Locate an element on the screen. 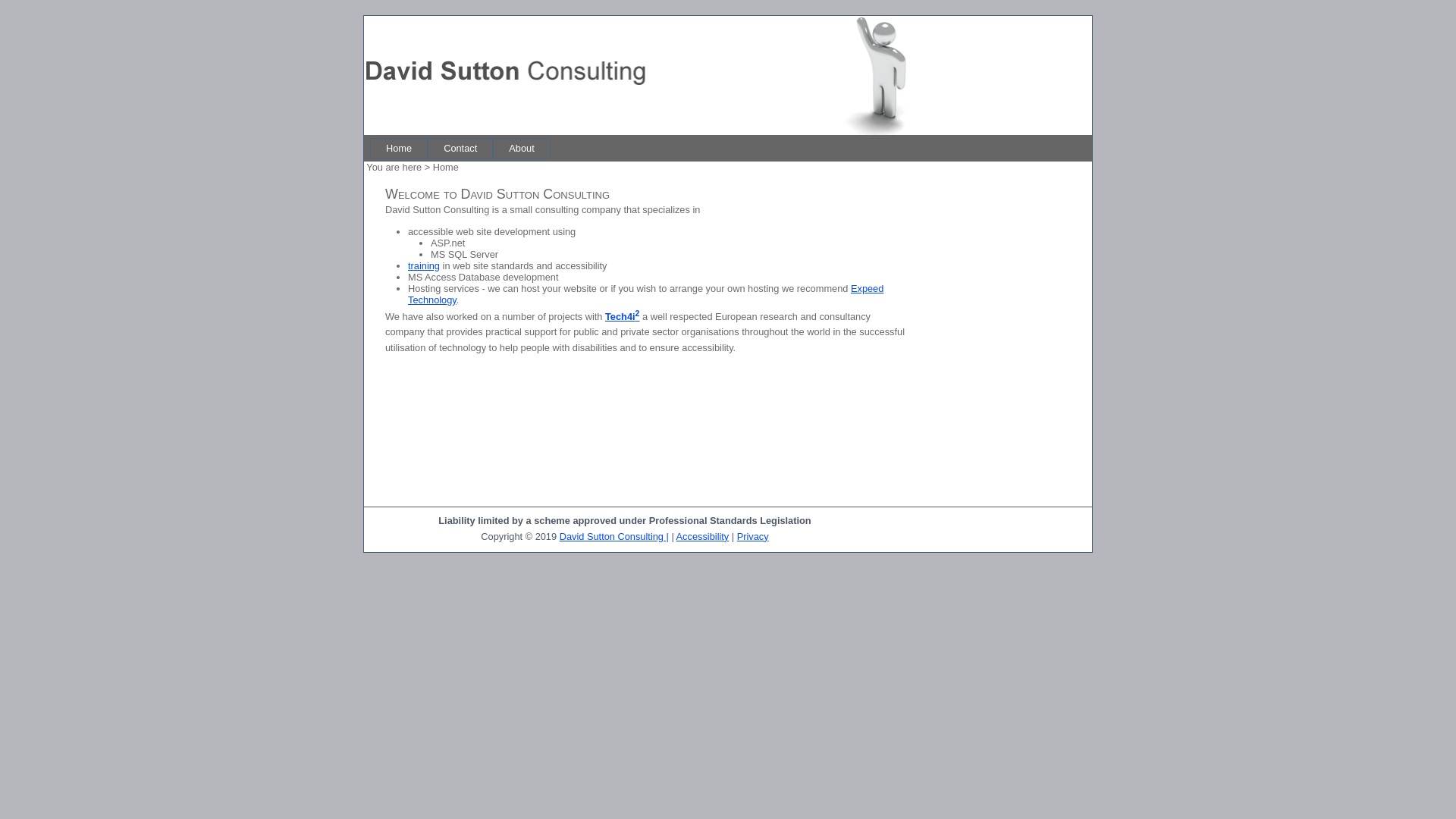 The height and width of the screenshot is (819, 1456). 'Contact' is located at coordinates (459, 148).